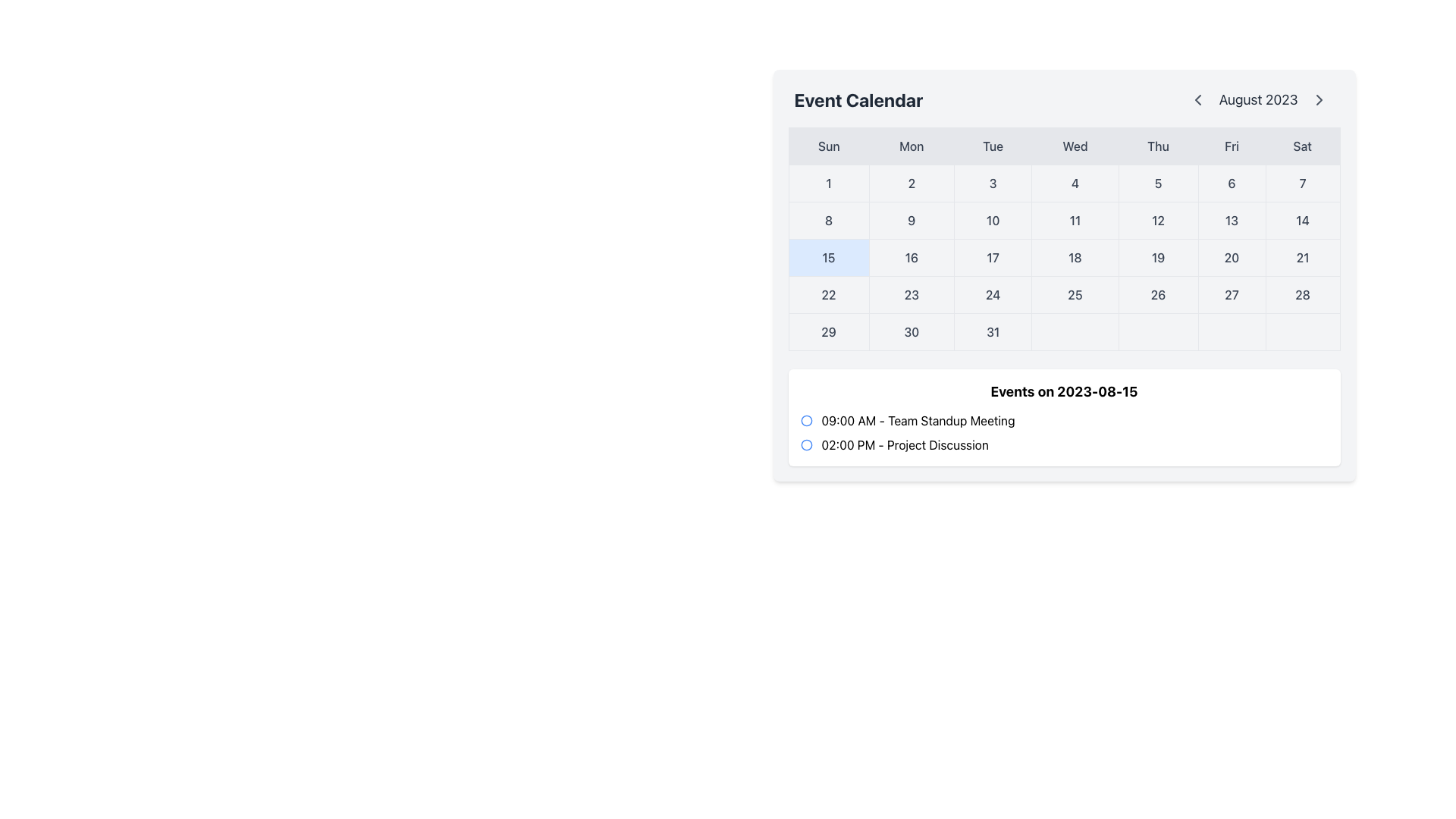  I want to click on the text label that reads 'Mon', which is the second text label in a row of day names within a calendar header, positioned between 'Sun' and 'Tue', so click(911, 146).